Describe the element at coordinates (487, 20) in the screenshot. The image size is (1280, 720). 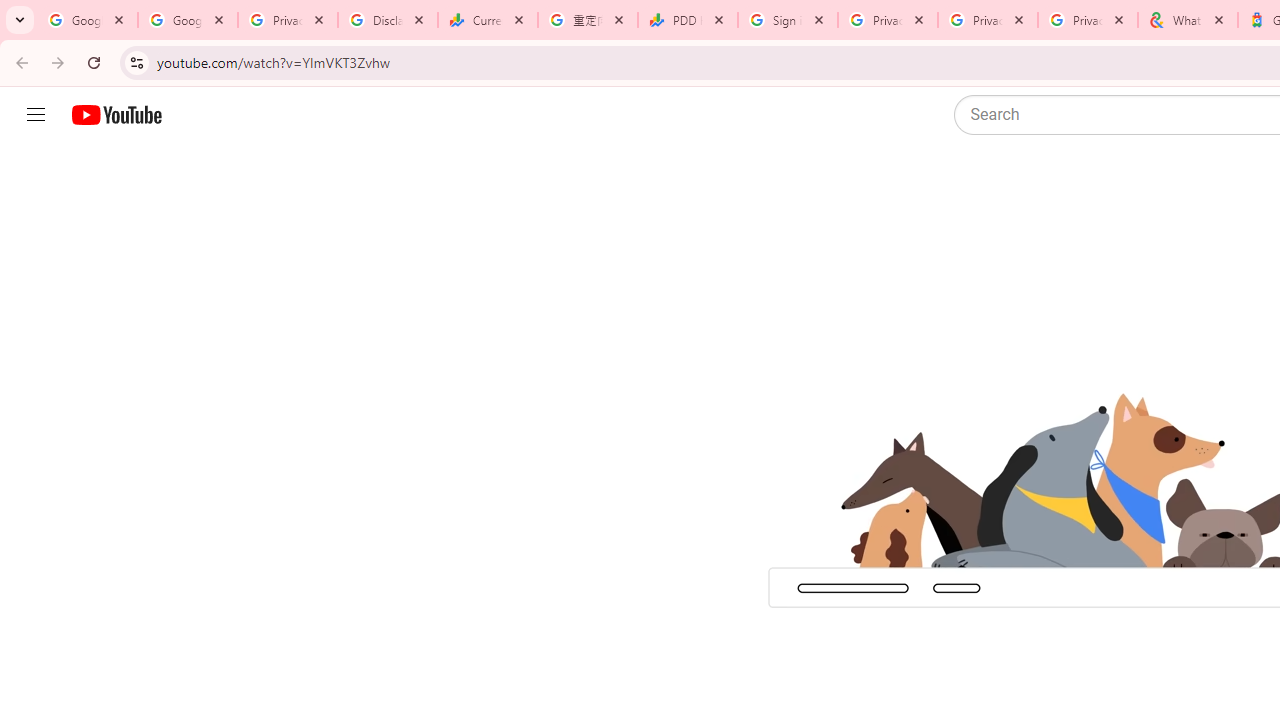
I see `'Currencies - Google Finance'` at that location.